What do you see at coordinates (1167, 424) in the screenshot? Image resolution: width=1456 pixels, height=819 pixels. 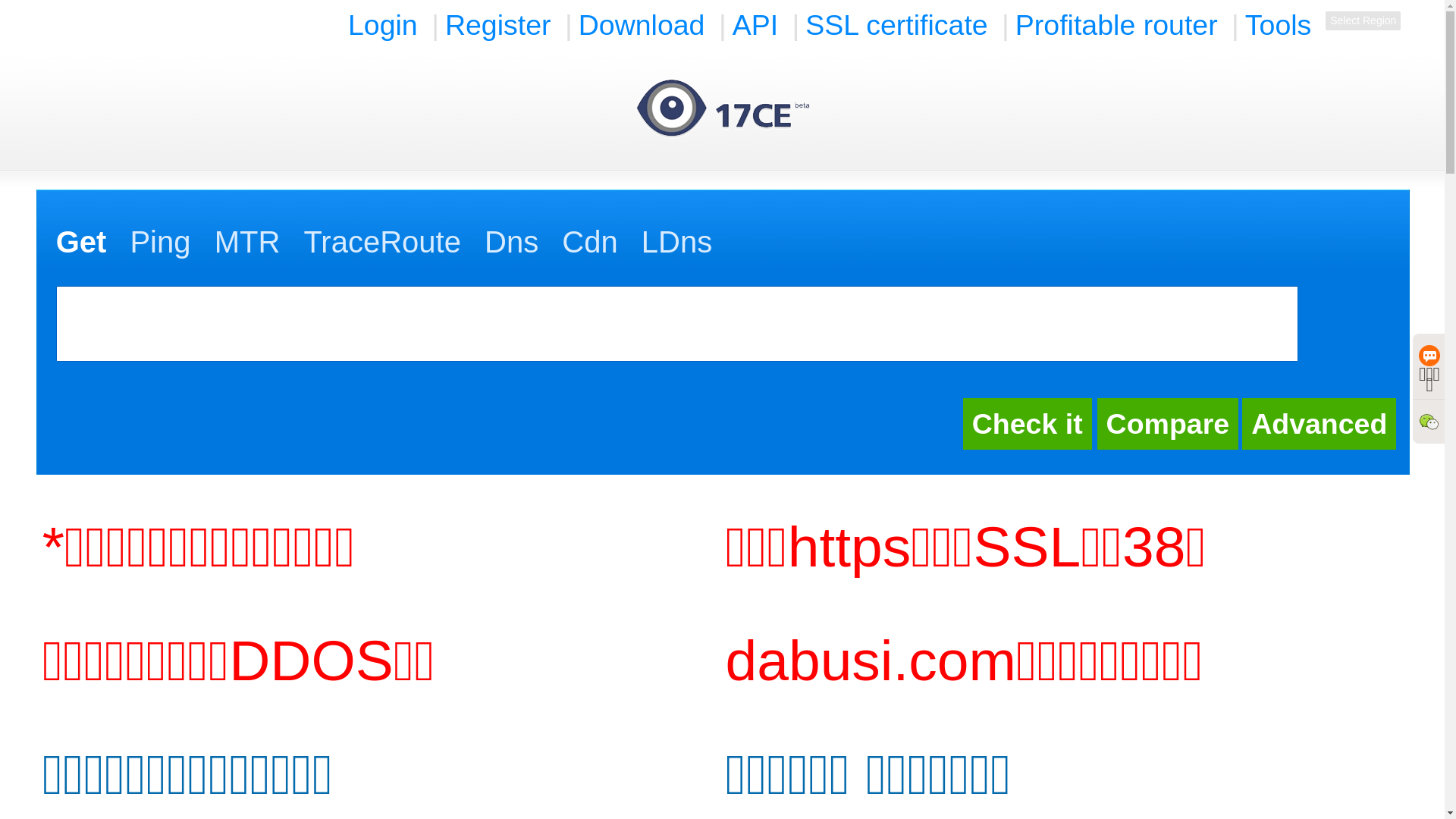 I see `'Compare'` at bounding box center [1167, 424].